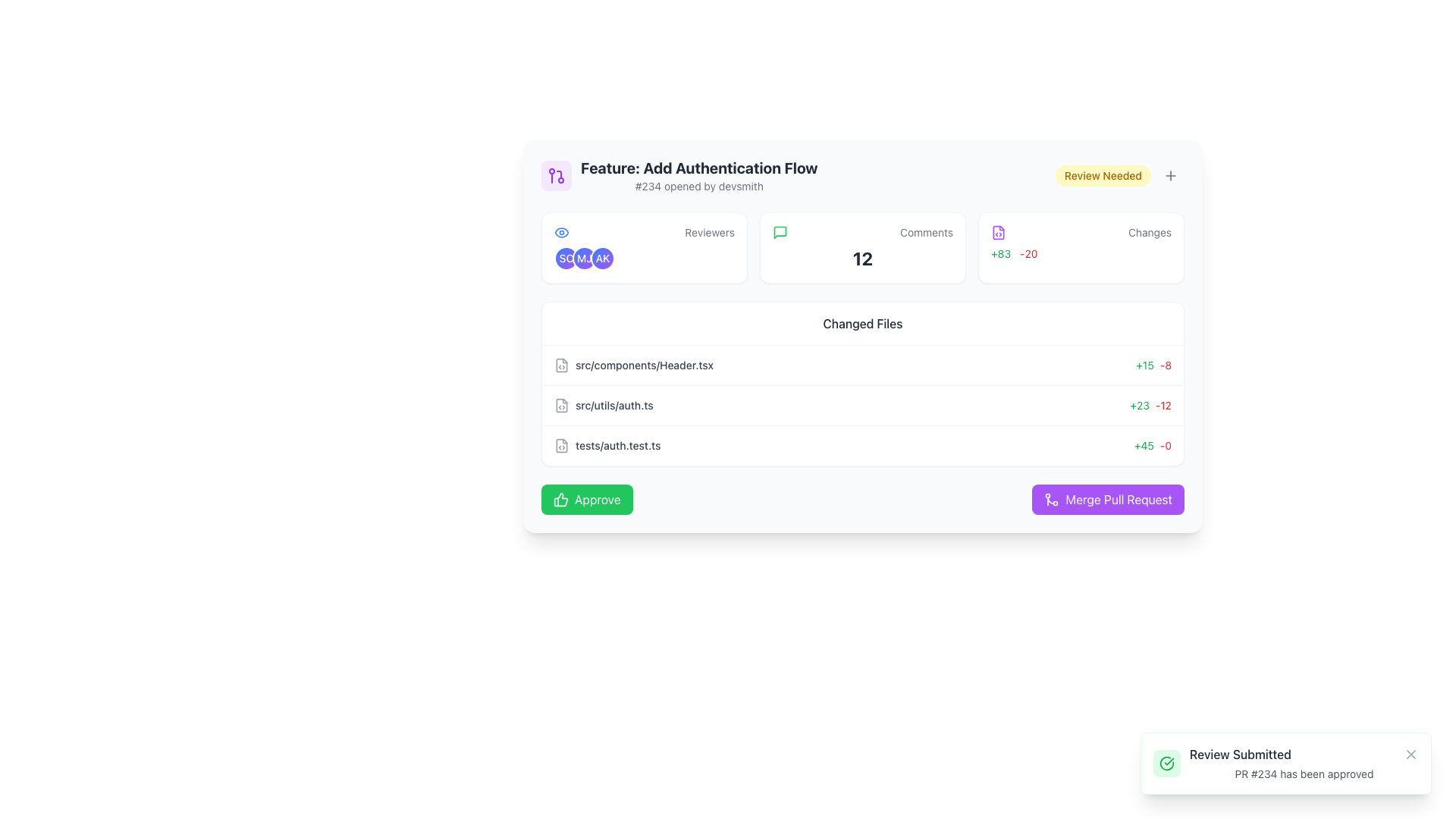 Image resolution: width=1456 pixels, height=819 pixels. I want to click on the Avatar badge with the letters 'SC' in white text, which is the first badge in a row of three badges in the 'Reviewers' section, so click(566, 257).